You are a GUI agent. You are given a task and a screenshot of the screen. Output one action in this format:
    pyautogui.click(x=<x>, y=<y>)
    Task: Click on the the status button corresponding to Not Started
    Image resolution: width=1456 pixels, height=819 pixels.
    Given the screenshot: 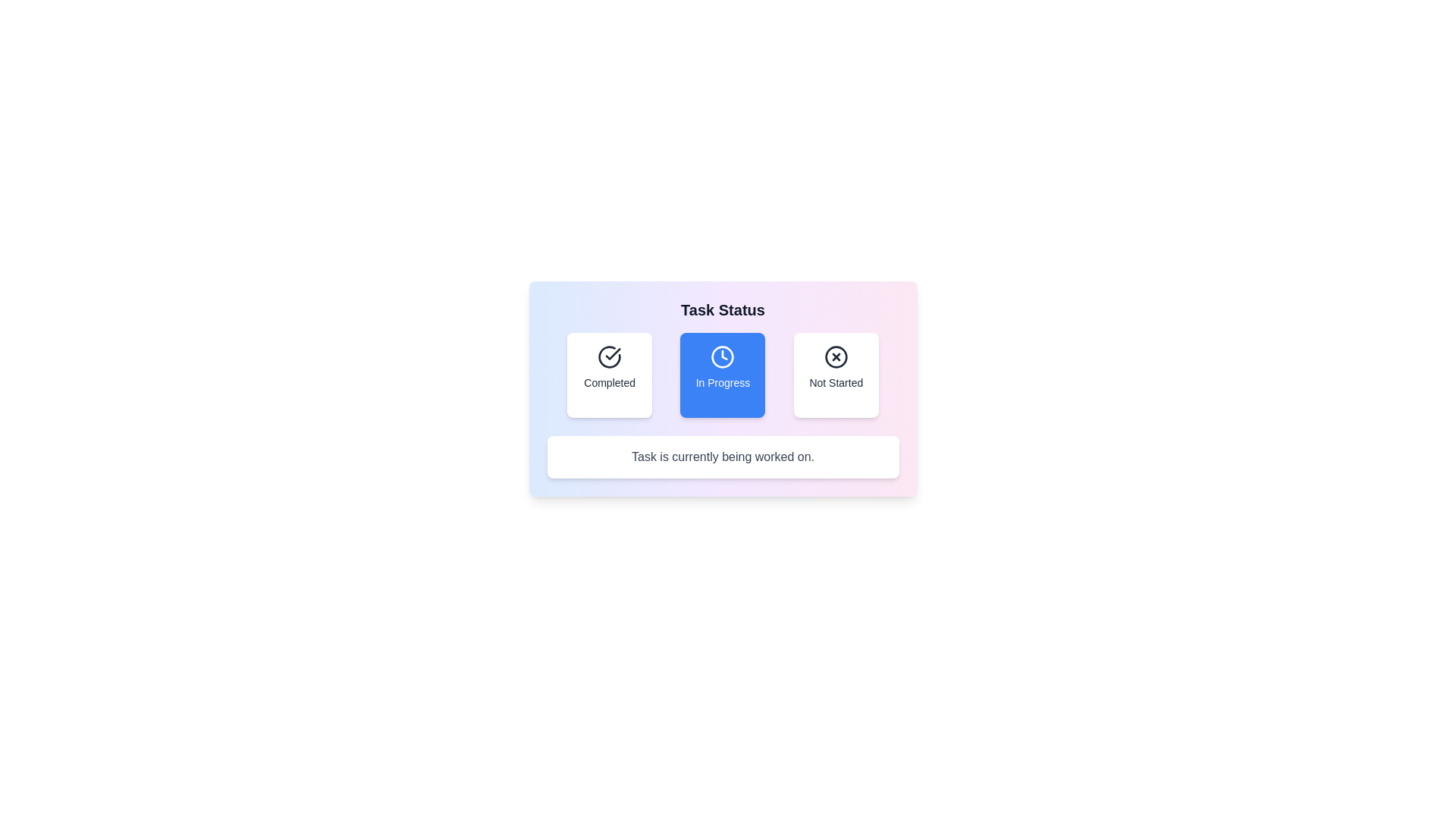 What is the action you would take?
    pyautogui.click(x=835, y=375)
    